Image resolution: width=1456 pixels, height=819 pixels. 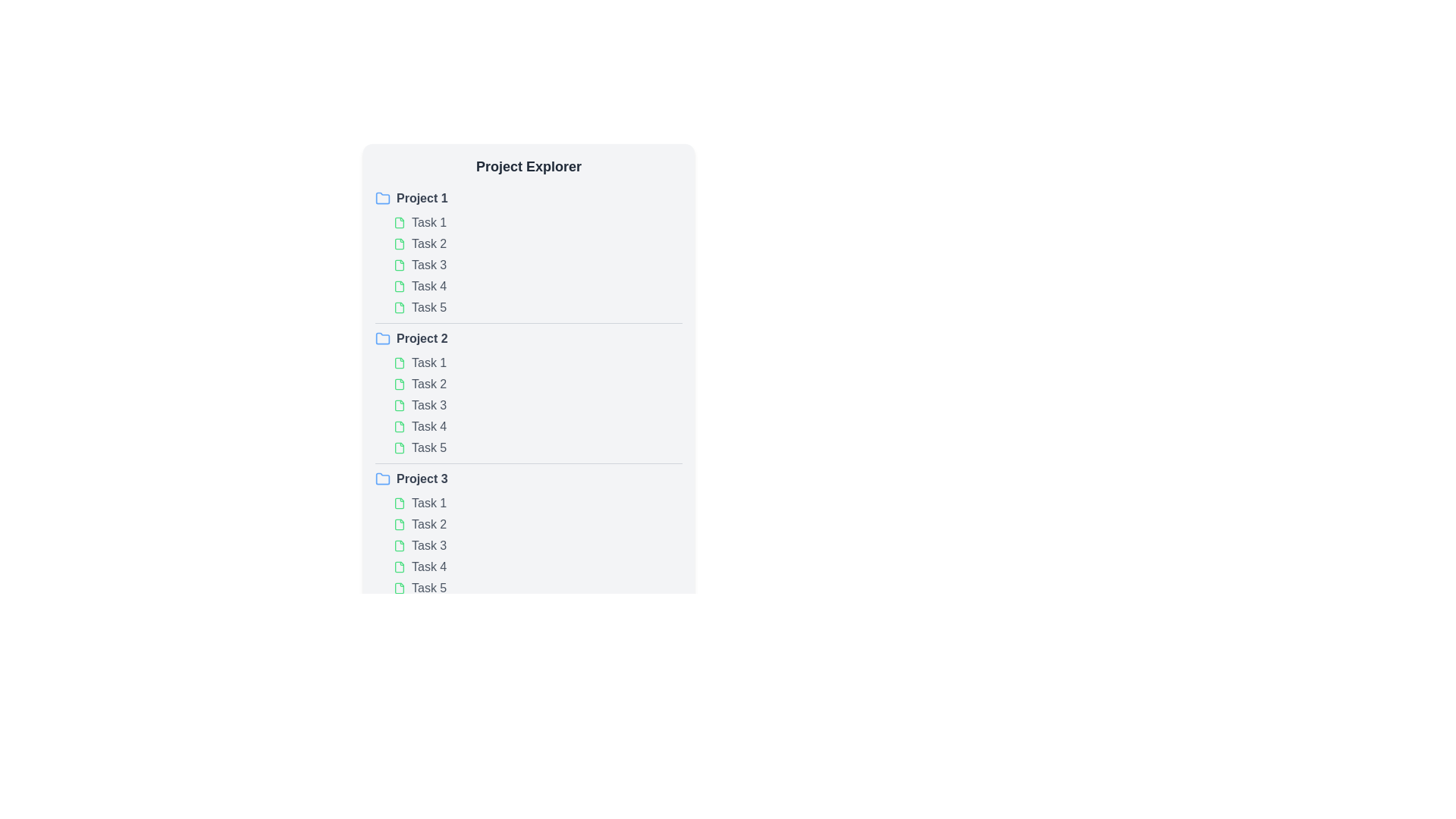 I want to click on the text label 'Task 4', which is the fourth item in the vertical list under 'Project 1', next to a green document icon, so click(x=428, y=287).